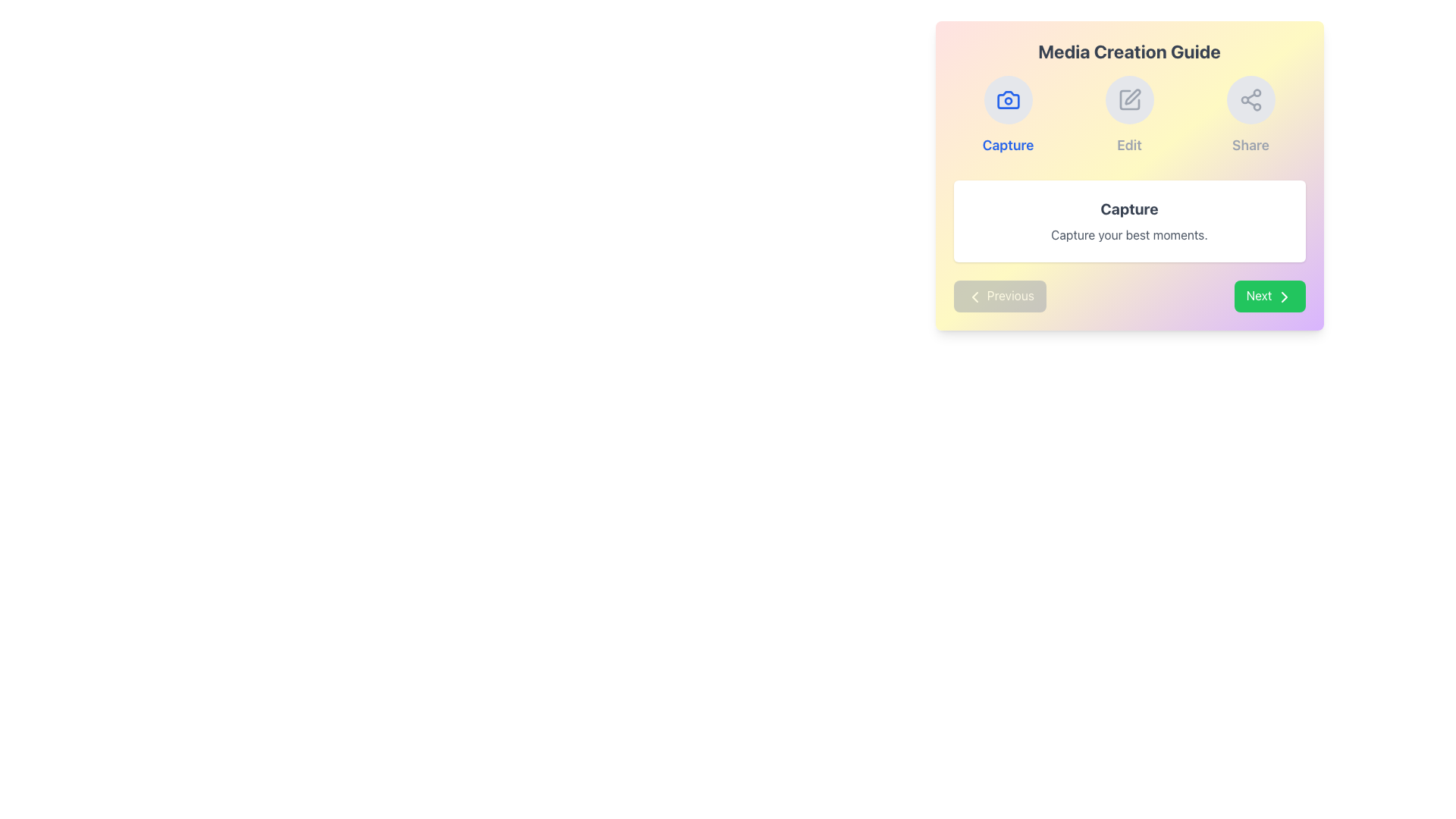 This screenshot has width=1456, height=819. Describe the element at coordinates (1250, 115) in the screenshot. I see `the share icon located in the rightmost column of a three-column layout, which is used for sharing content or information` at that location.